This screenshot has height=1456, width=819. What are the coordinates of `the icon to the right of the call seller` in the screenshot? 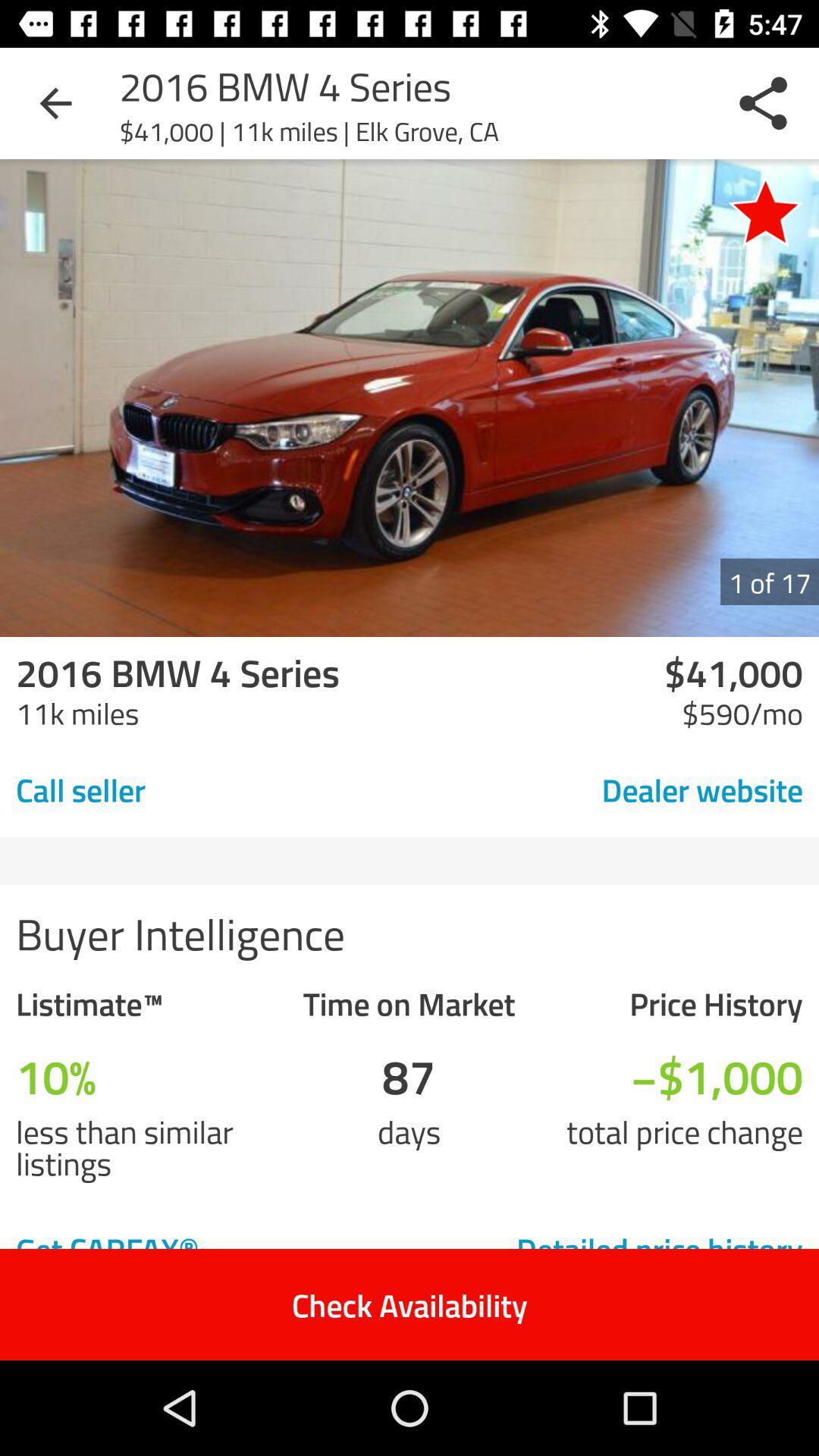 It's located at (595, 789).